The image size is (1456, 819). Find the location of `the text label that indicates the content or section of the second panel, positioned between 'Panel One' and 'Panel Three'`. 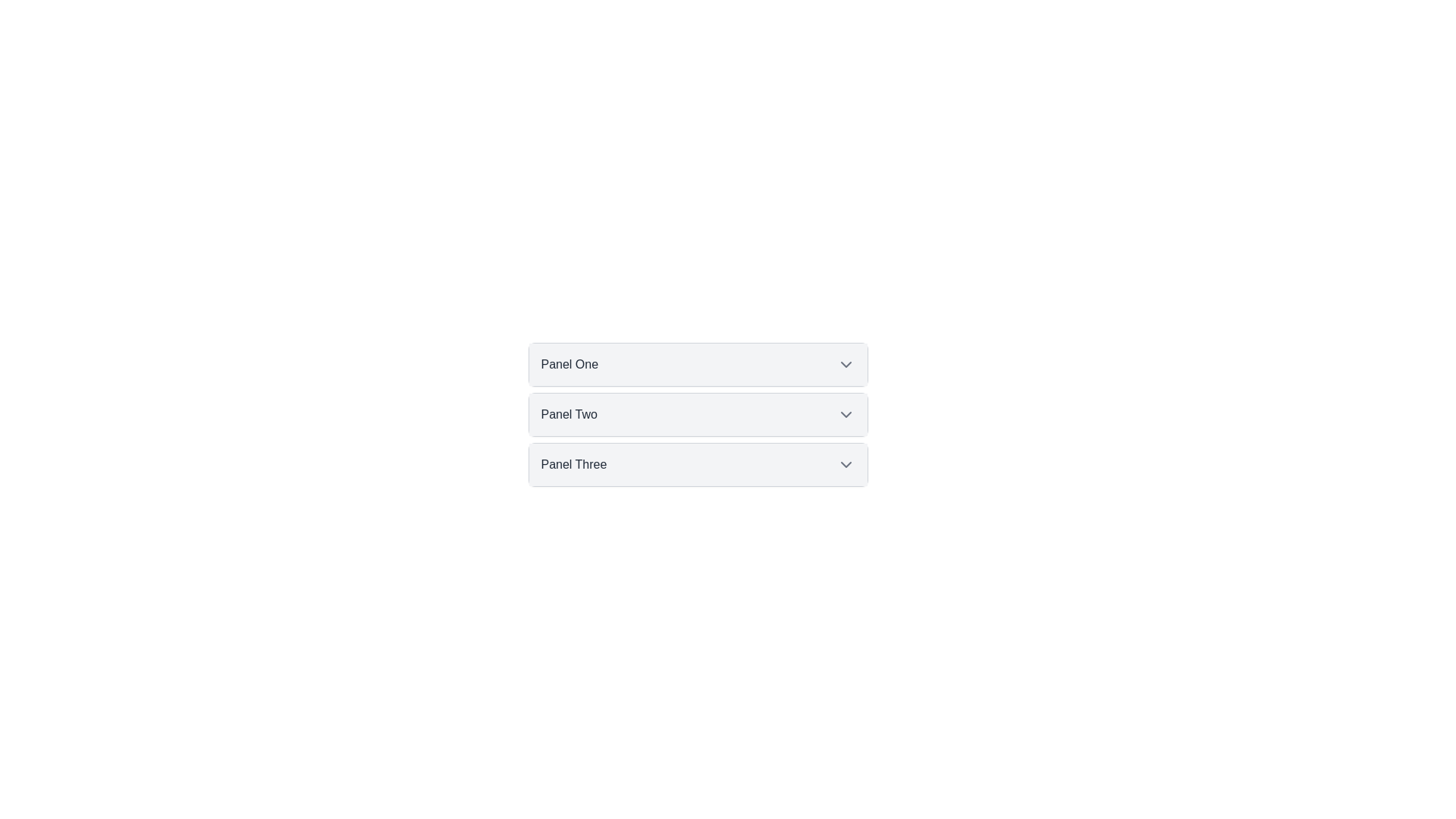

the text label that indicates the content or section of the second panel, positioned between 'Panel One' and 'Panel Three' is located at coordinates (568, 415).